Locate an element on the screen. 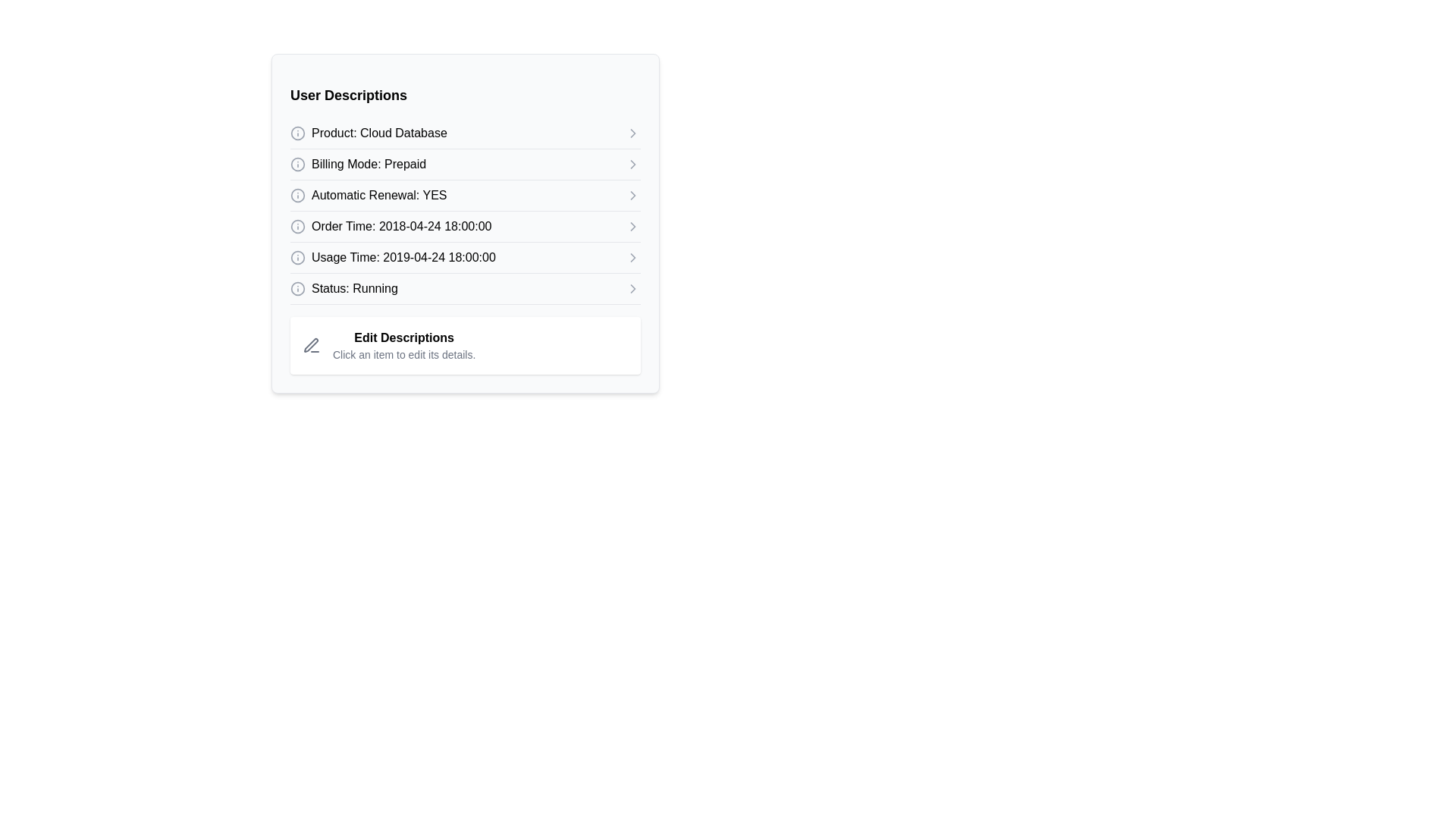 This screenshot has height=819, width=1456. text content of the clickable row item displaying 'Order Time: 2018-04-24 18:00:00', located under the section header 'User Descriptions' is located at coordinates (465, 227).